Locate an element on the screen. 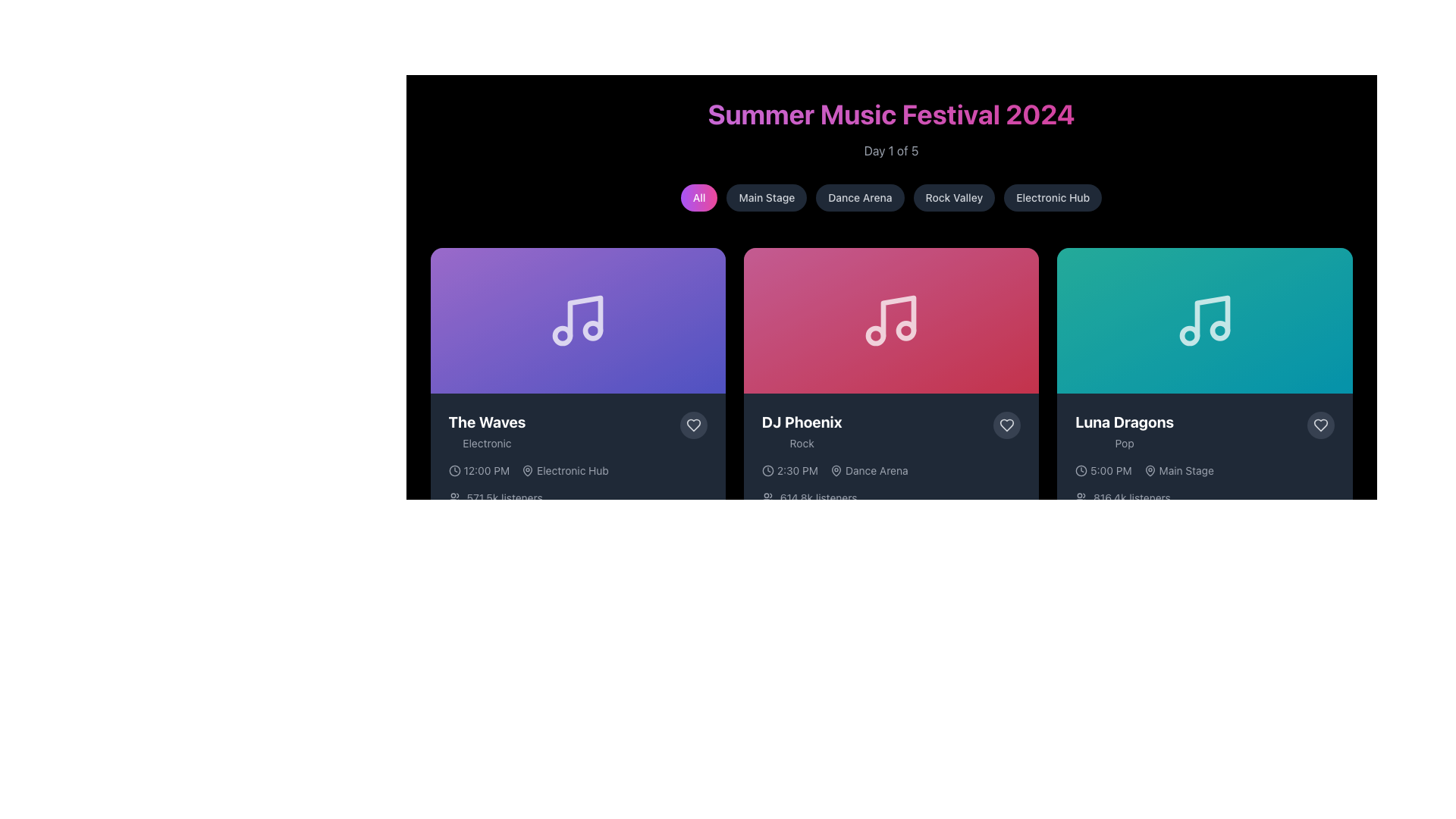  the icon representing 'listeners', which is located to the left of the '614.8k listeners' text is located at coordinates (767, 497).